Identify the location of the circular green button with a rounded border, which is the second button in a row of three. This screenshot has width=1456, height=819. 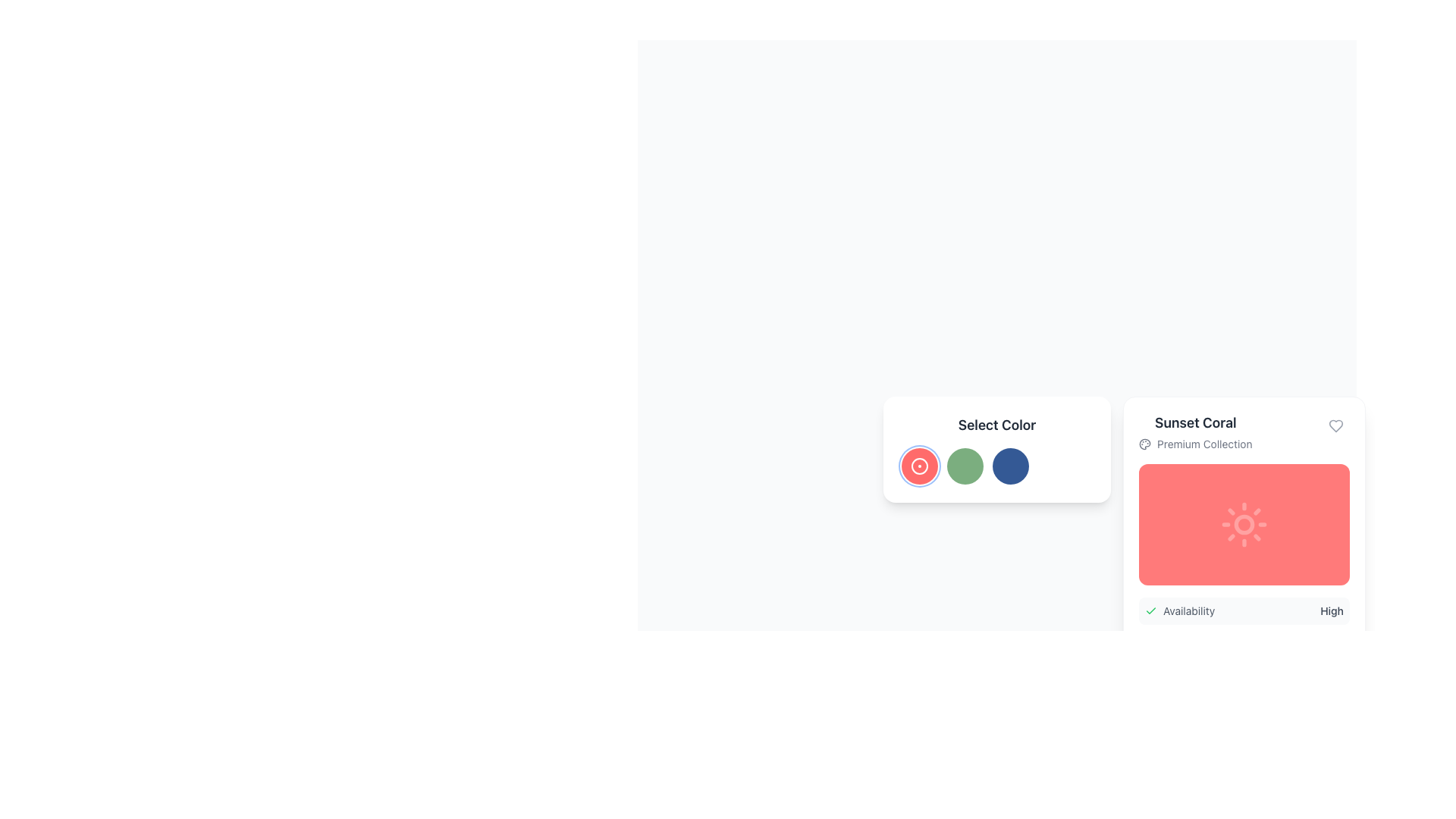
(964, 465).